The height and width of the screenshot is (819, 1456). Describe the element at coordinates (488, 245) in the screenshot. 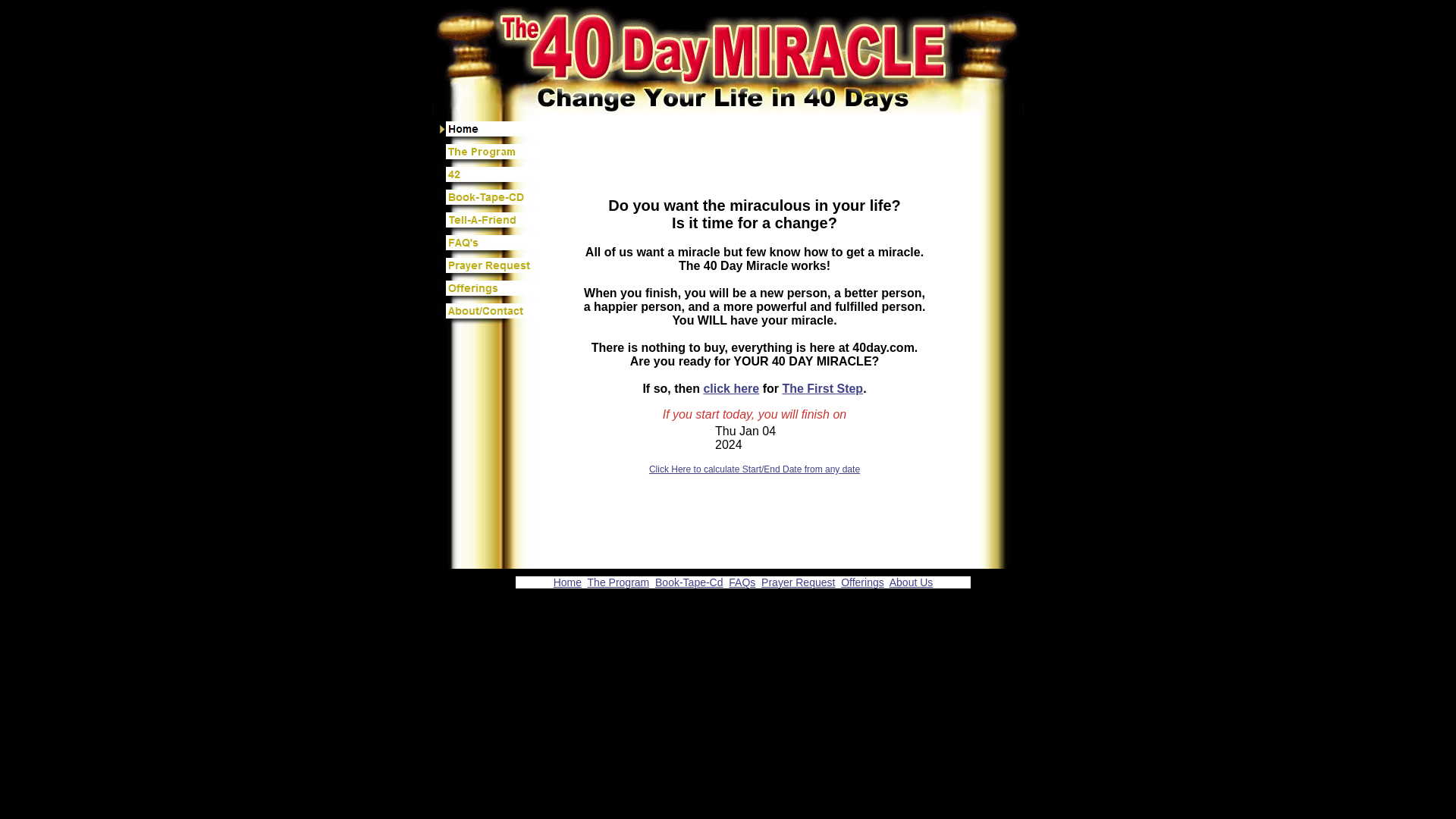

I see `'FAQ's'` at that location.